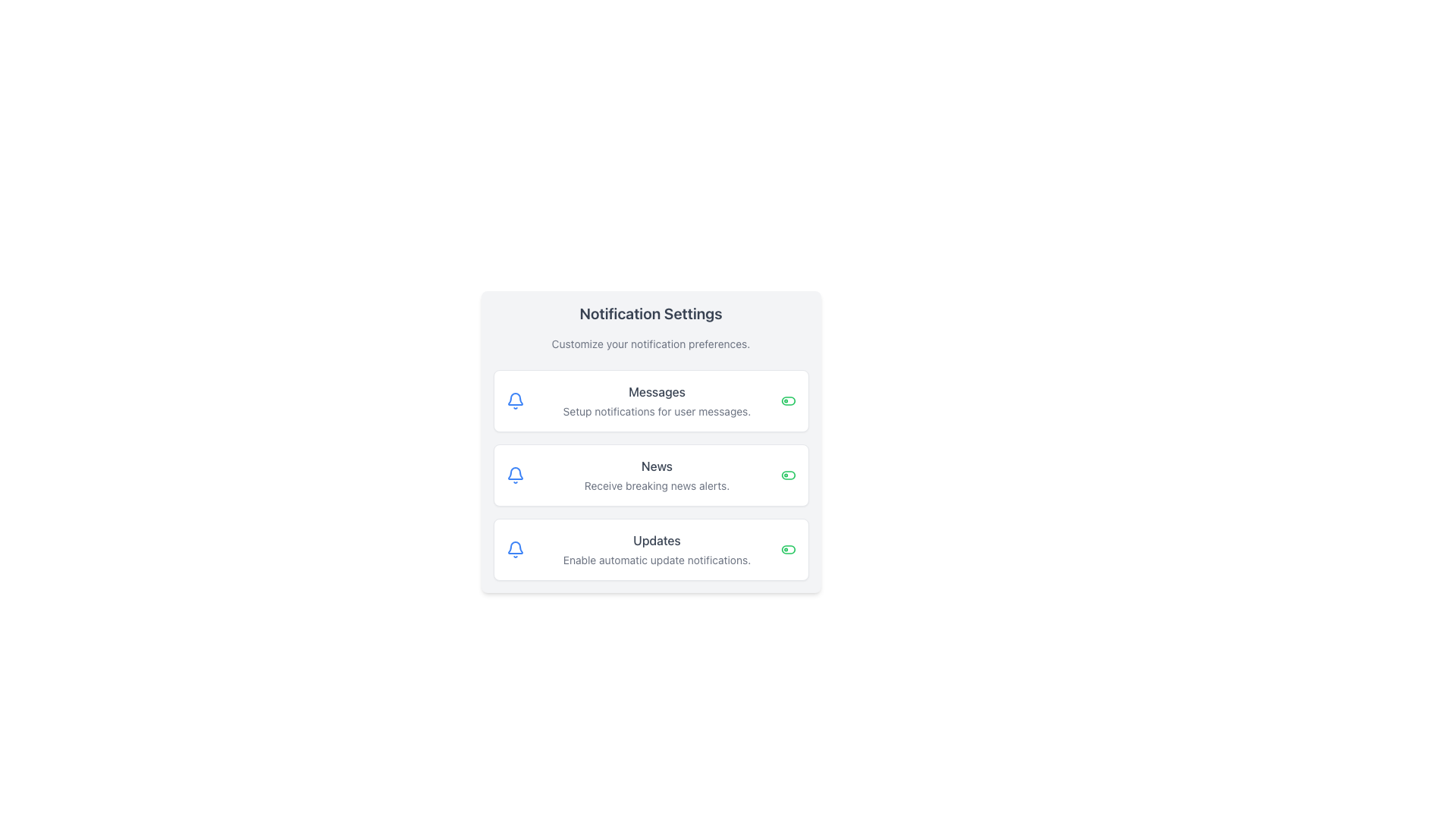 This screenshot has width=1456, height=819. What do you see at coordinates (657, 391) in the screenshot?
I see `the bold 'Messages' text label in the Notification Settings section, located at the top of the first card` at bounding box center [657, 391].